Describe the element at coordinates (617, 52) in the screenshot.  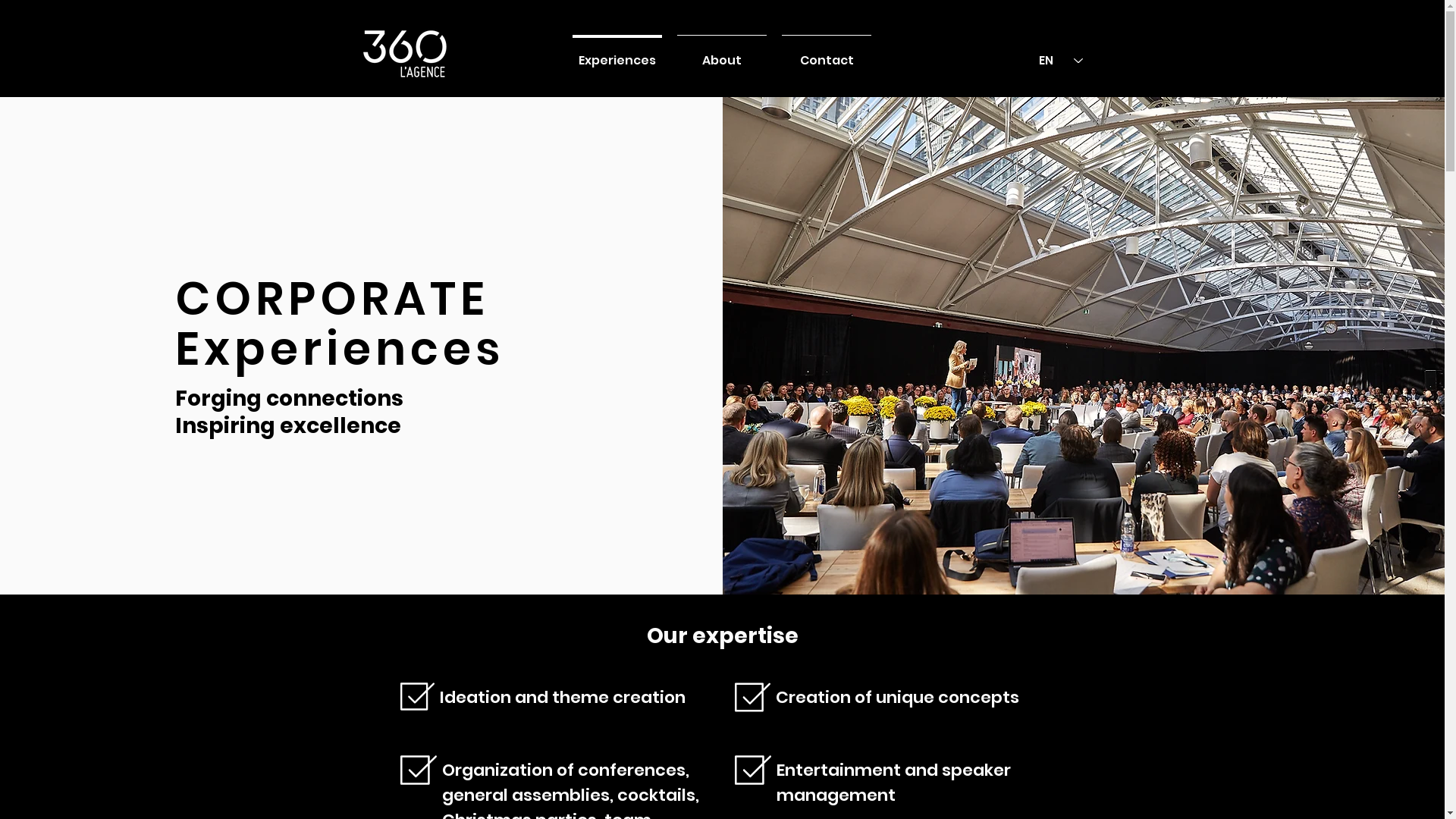
I see `'Experiences'` at that location.